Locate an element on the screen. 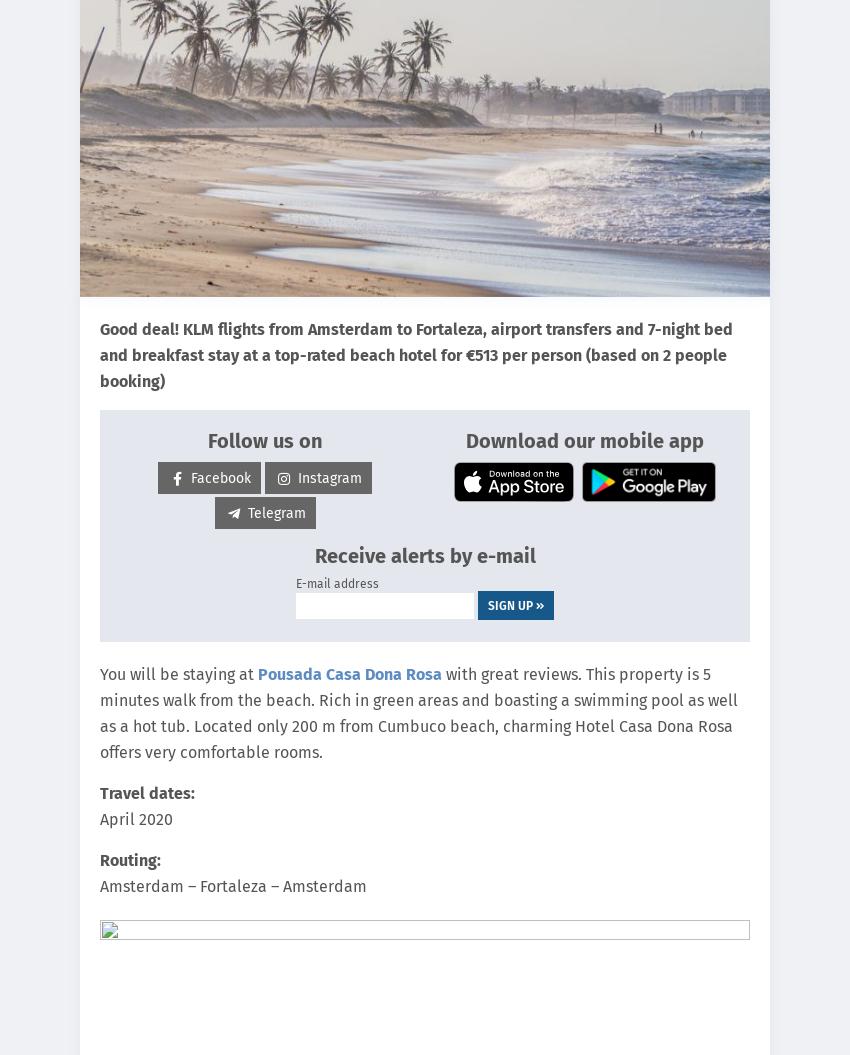 The image size is (850, 1055). 'Follow us on' is located at coordinates (263, 439).